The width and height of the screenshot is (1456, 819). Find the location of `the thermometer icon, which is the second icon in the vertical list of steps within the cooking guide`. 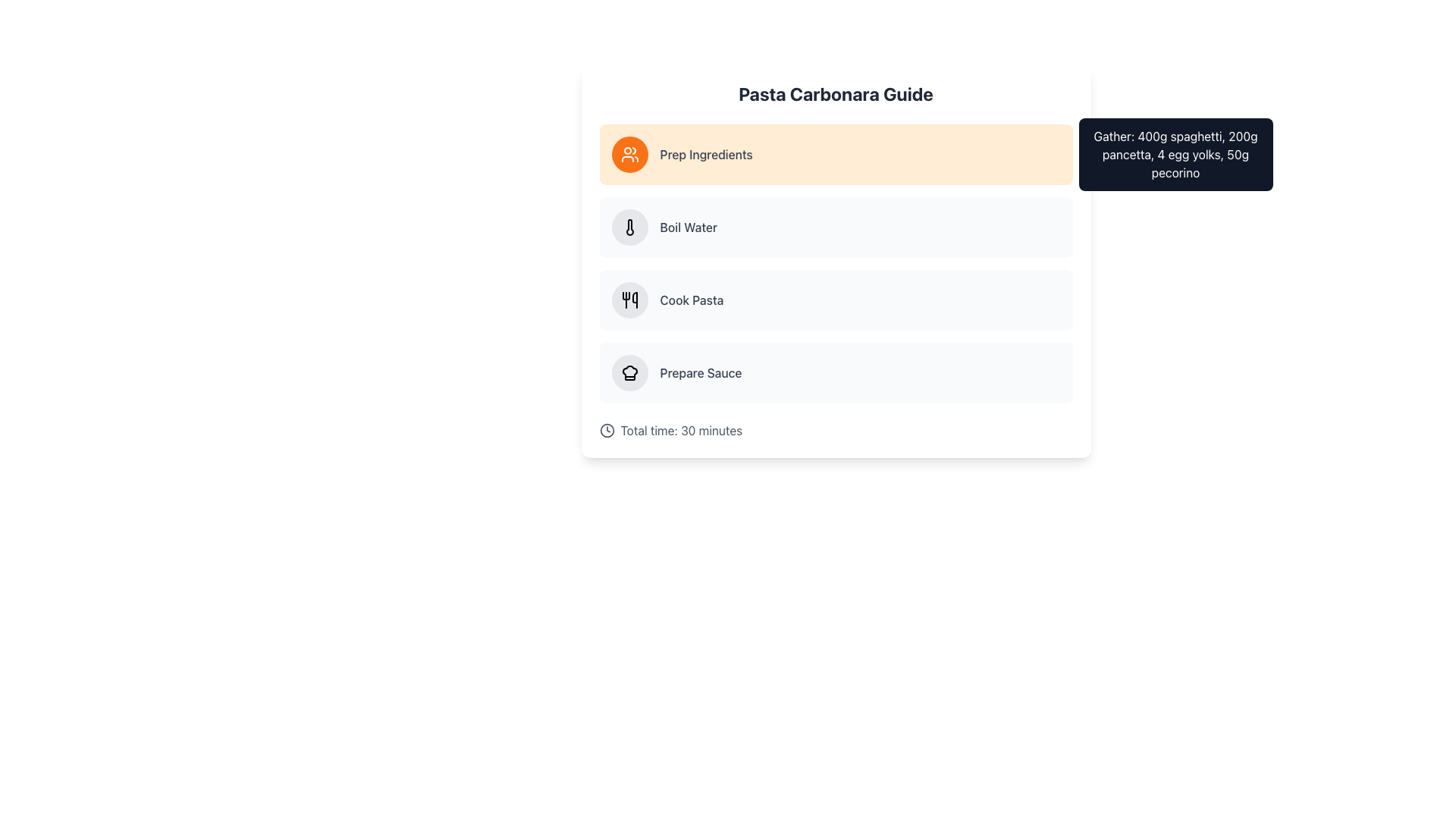

the thermometer icon, which is the second icon in the vertical list of steps within the cooking guide is located at coordinates (629, 227).